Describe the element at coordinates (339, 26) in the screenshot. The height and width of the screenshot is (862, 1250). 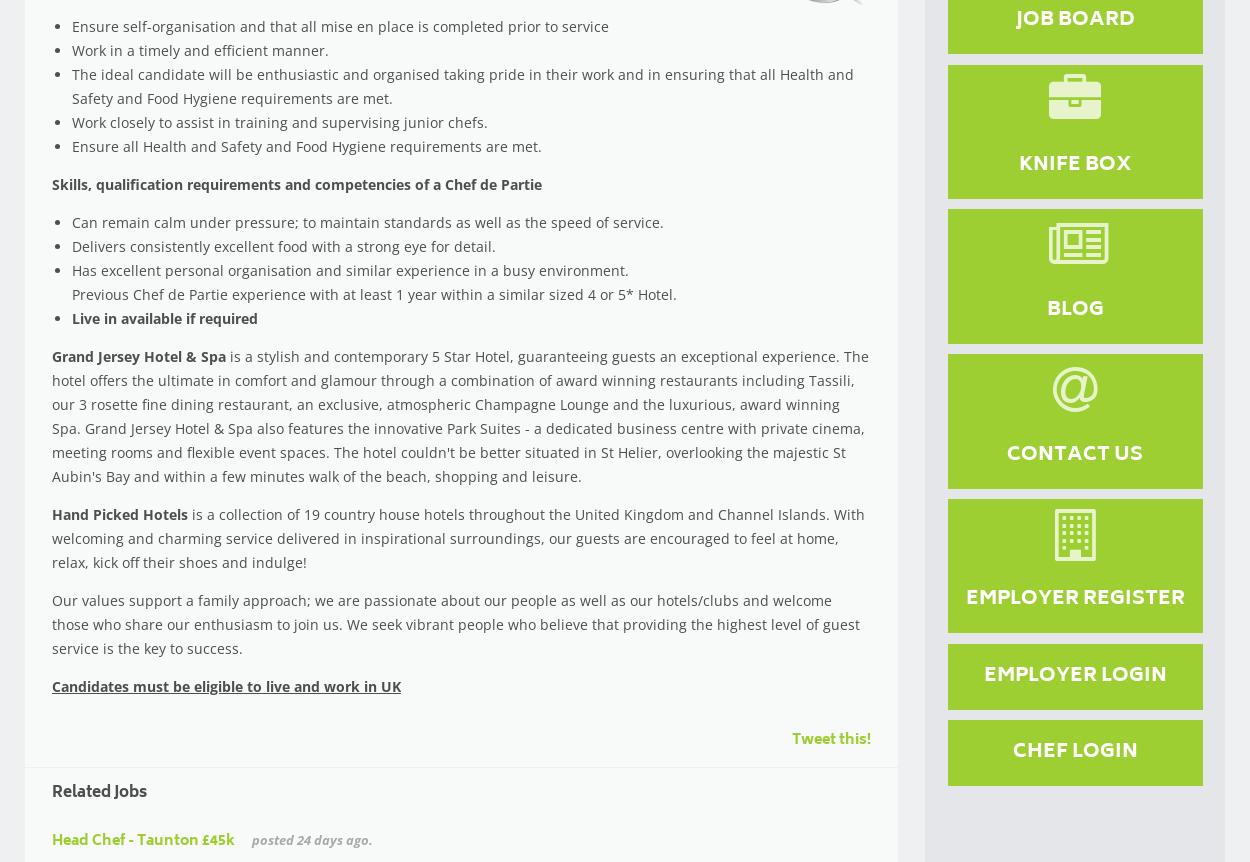
I see `'Ensure self-organisation and that all mise en place is completed prior to service'` at that location.